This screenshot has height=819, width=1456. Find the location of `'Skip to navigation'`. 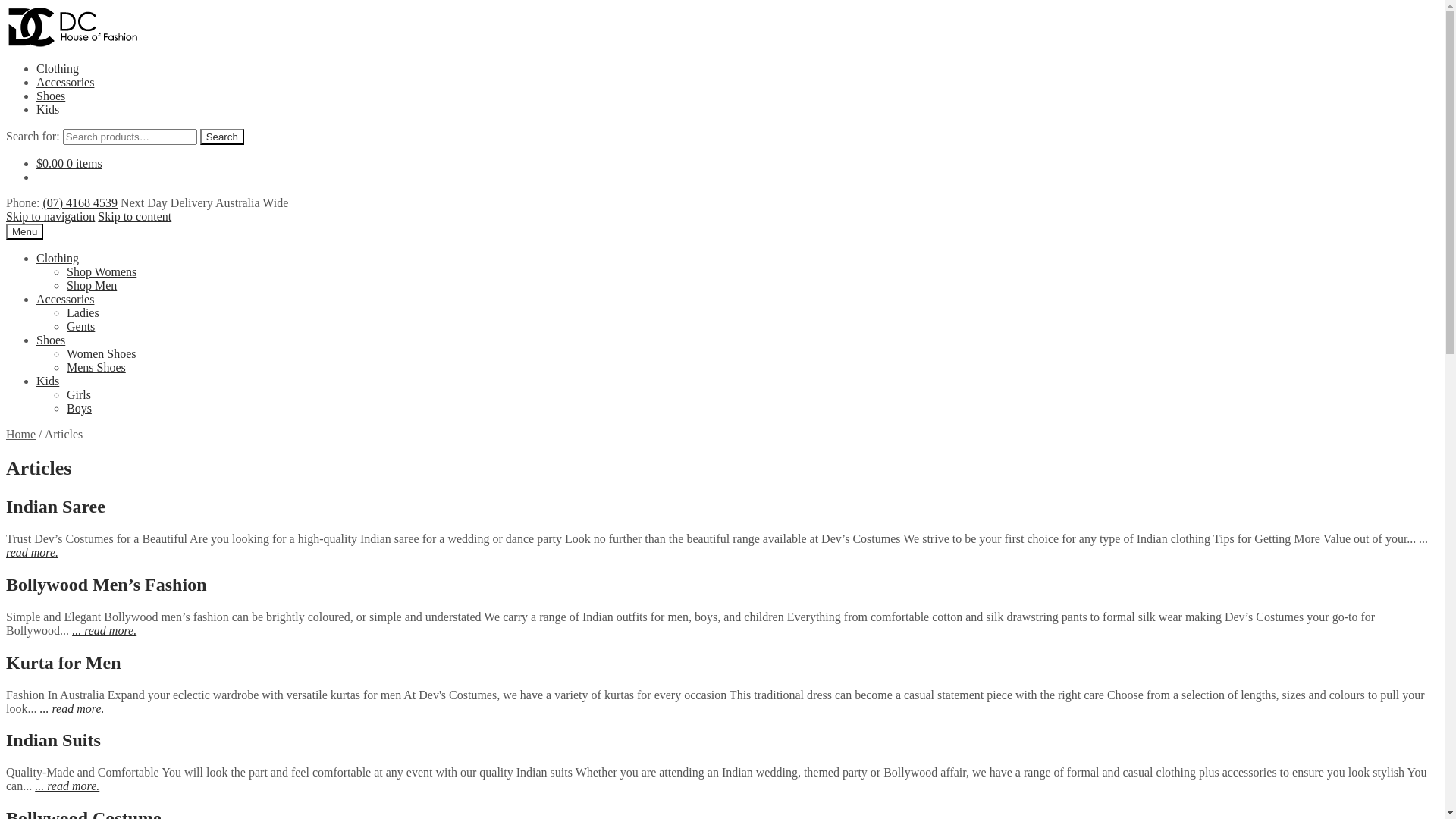

'Skip to navigation' is located at coordinates (6, 216).